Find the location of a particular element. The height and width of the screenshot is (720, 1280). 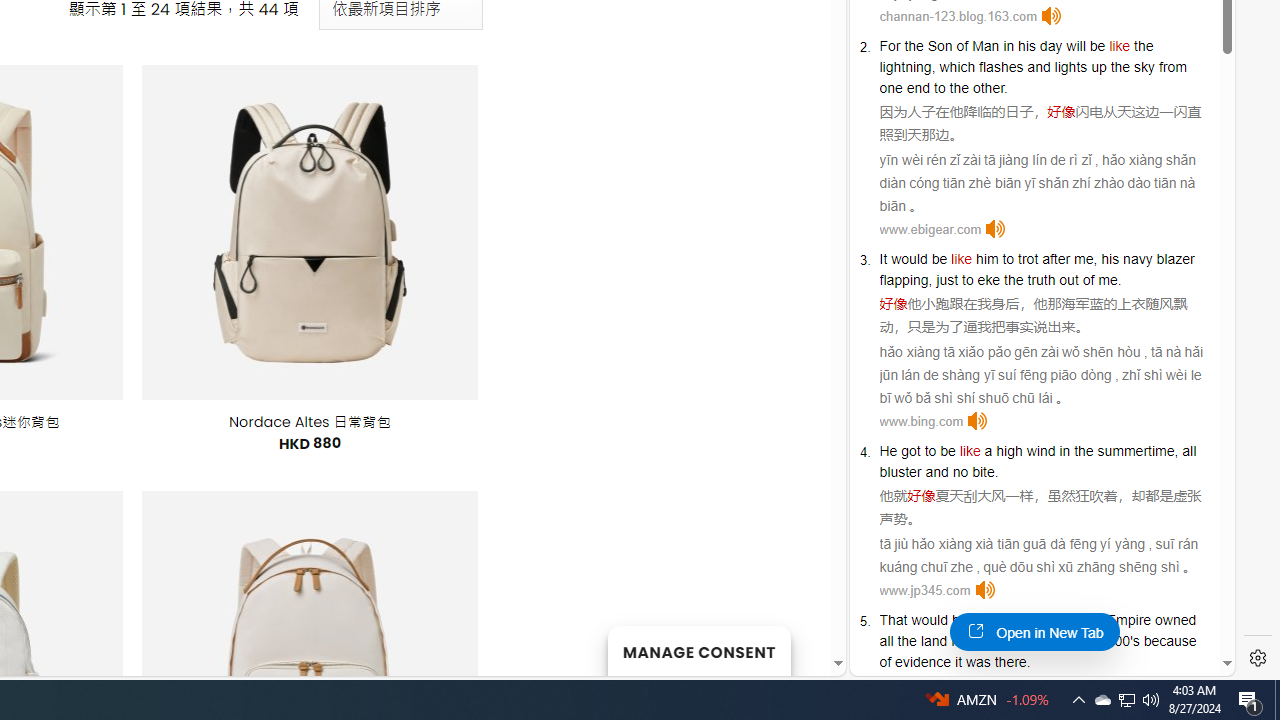

'a' is located at coordinates (988, 451).